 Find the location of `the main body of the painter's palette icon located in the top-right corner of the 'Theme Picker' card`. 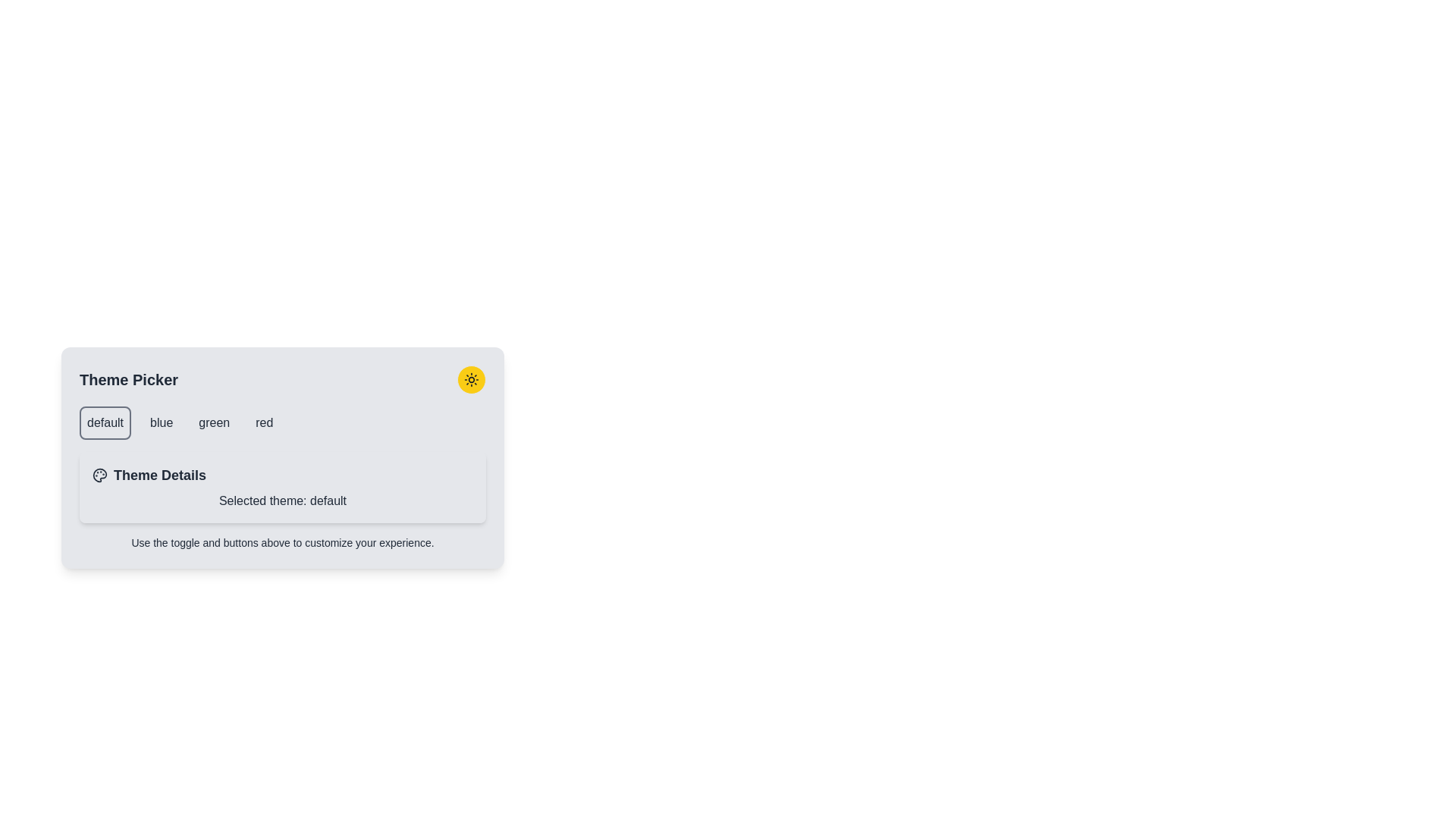

the main body of the painter's palette icon located in the top-right corner of the 'Theme Picker' card is located at coordinates (99, 475).